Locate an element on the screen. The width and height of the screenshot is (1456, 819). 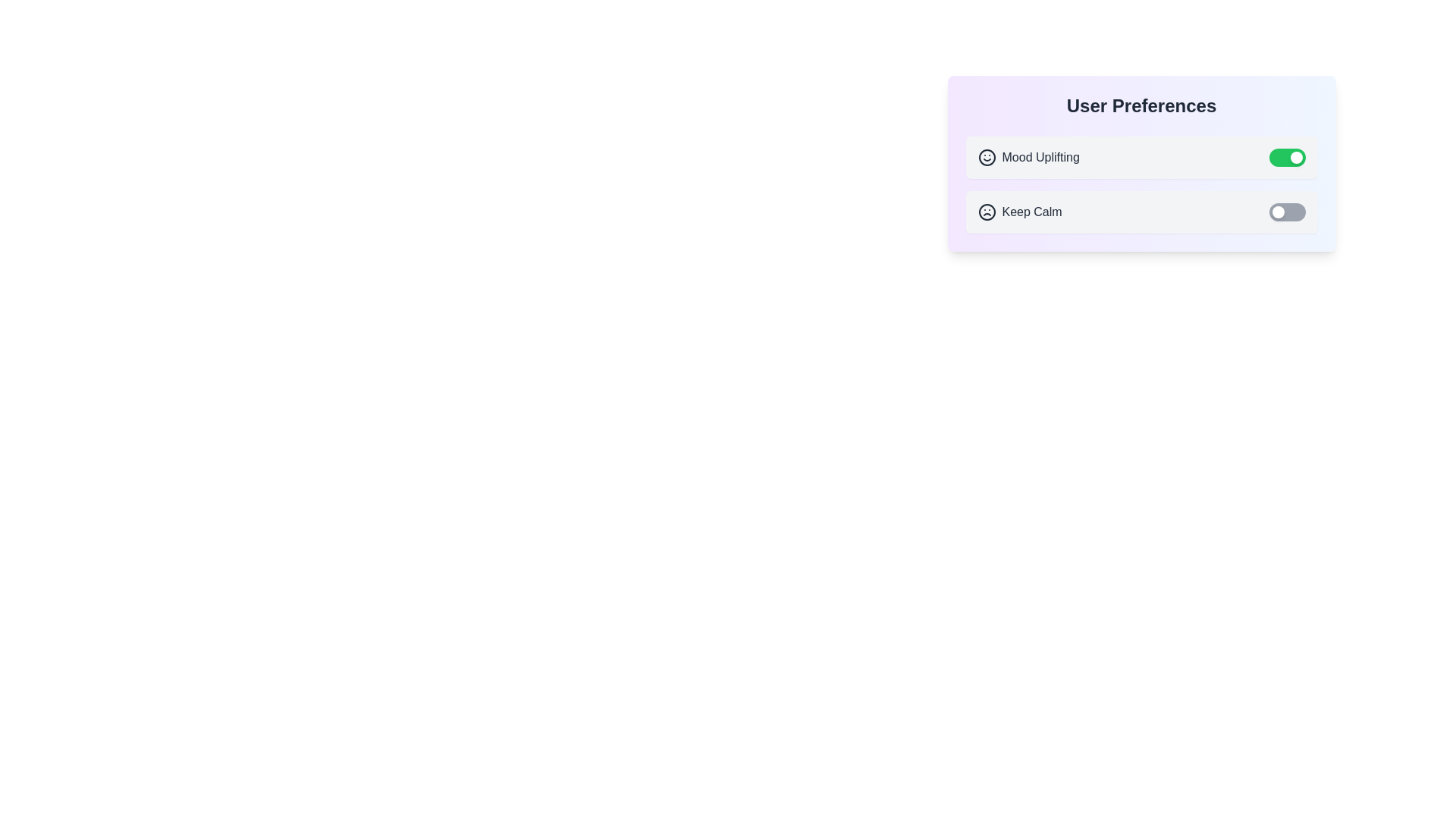
the circular toggle handle of the second toggle switch labeled 'Keep Calm' in the 'User Preferences' section to switch states is located at coordinates (1277, 212).